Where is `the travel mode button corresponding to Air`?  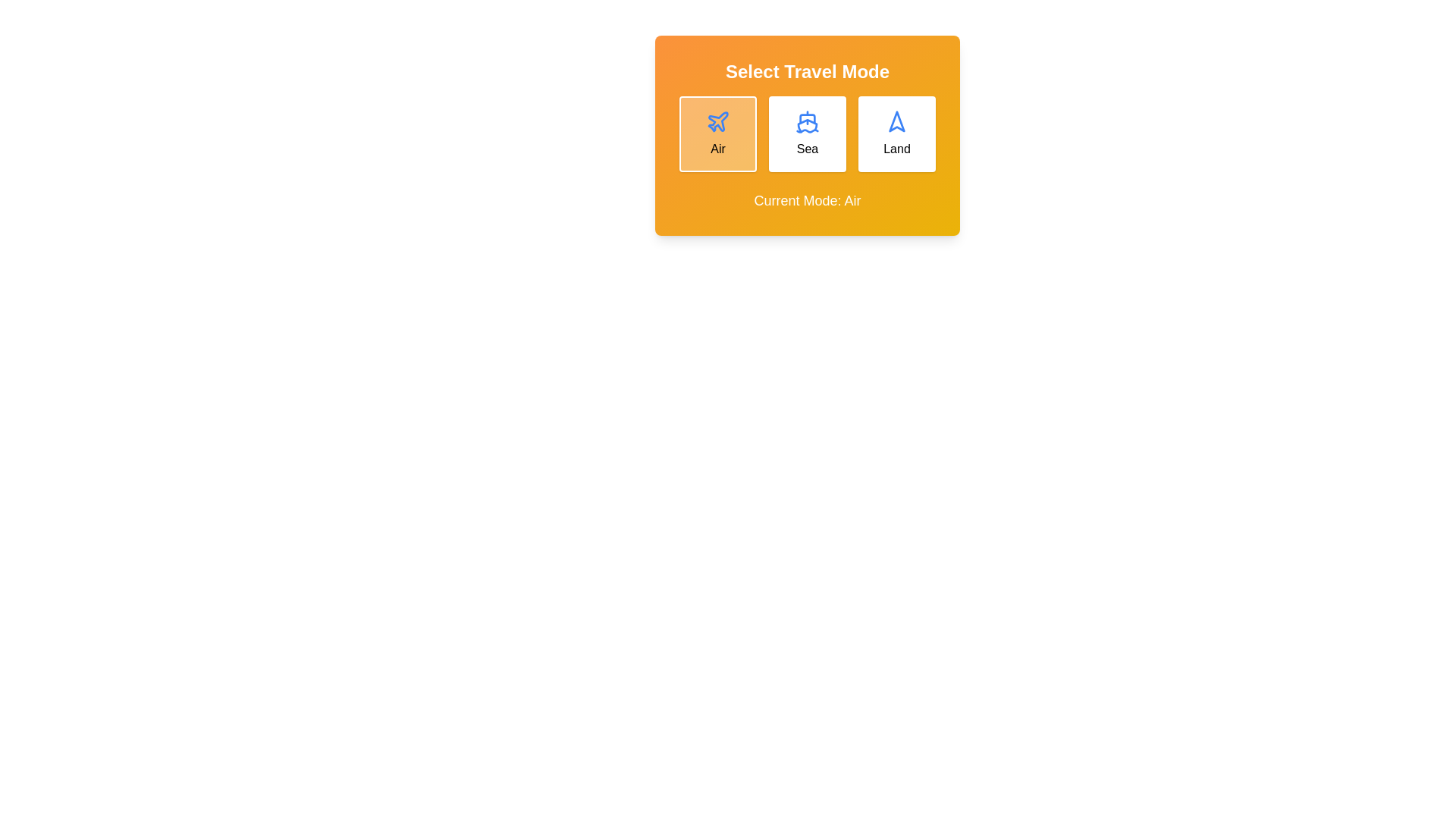
the travel mode button corresponding to Air is located at coordinates (717, 133).